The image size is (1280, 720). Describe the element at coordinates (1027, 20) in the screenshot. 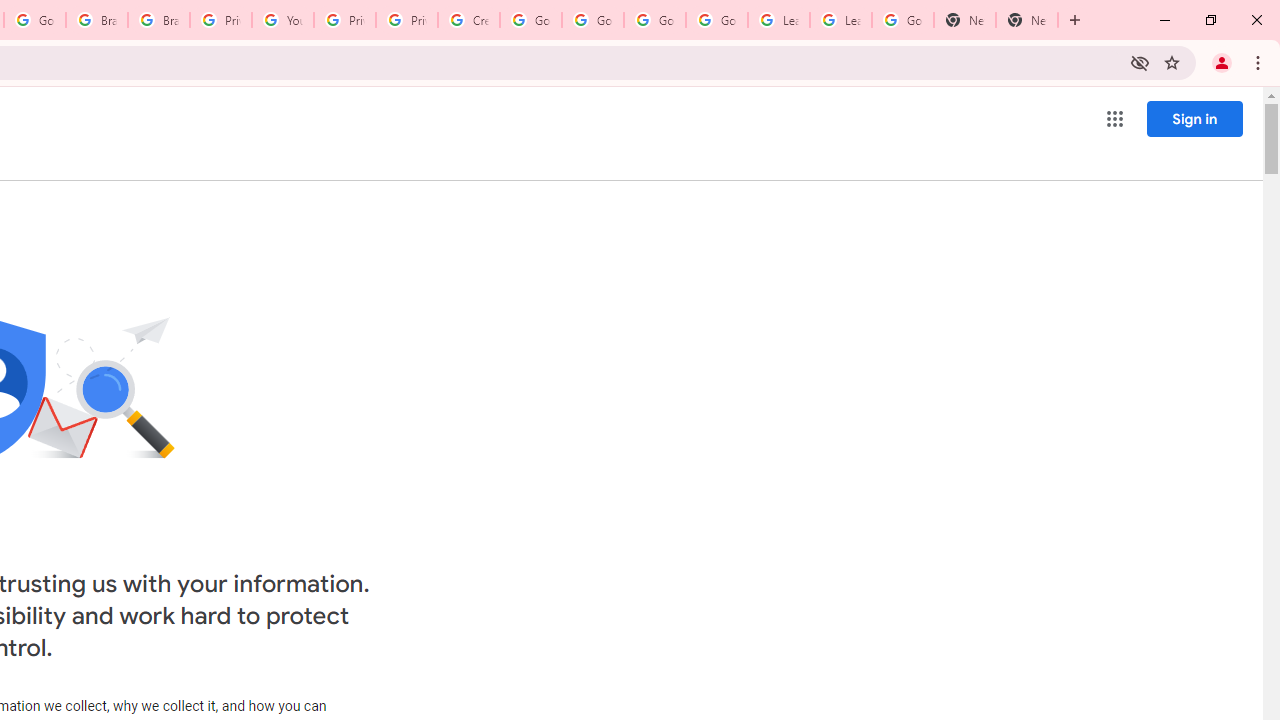

I see `'New Tab'` at that location.